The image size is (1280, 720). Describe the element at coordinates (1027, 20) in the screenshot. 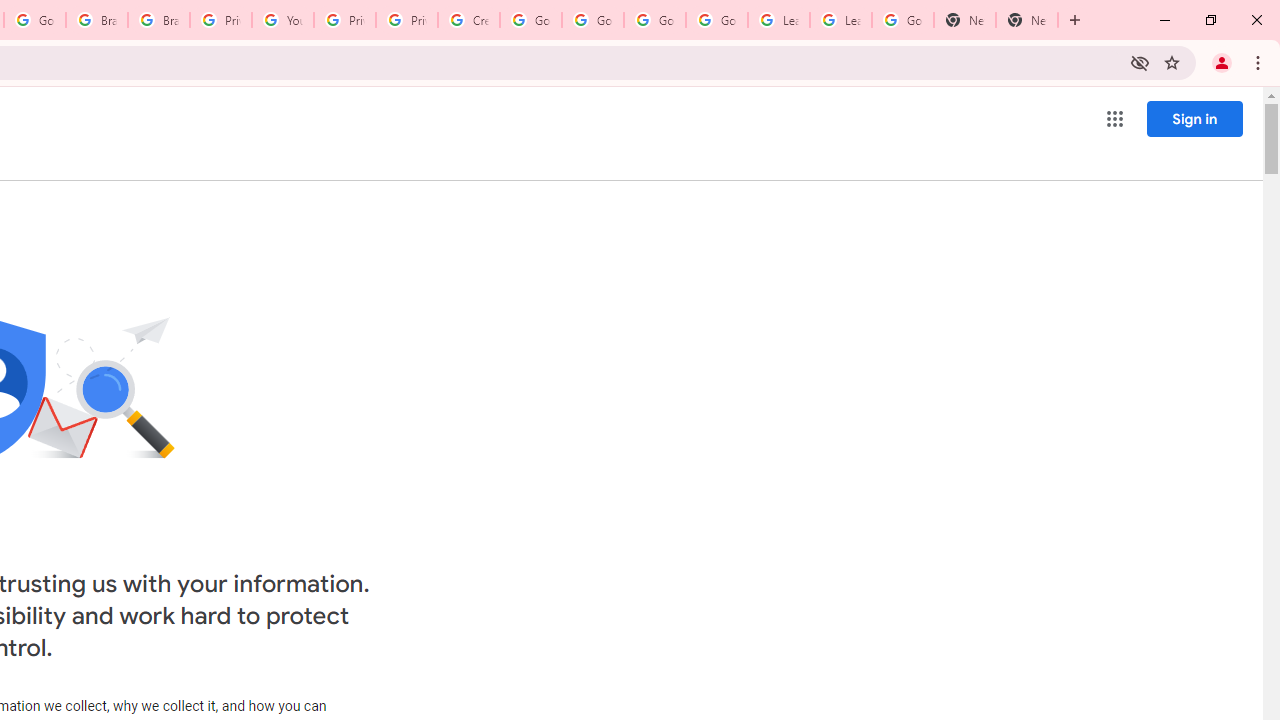

I see `'New Tab'` at that location.